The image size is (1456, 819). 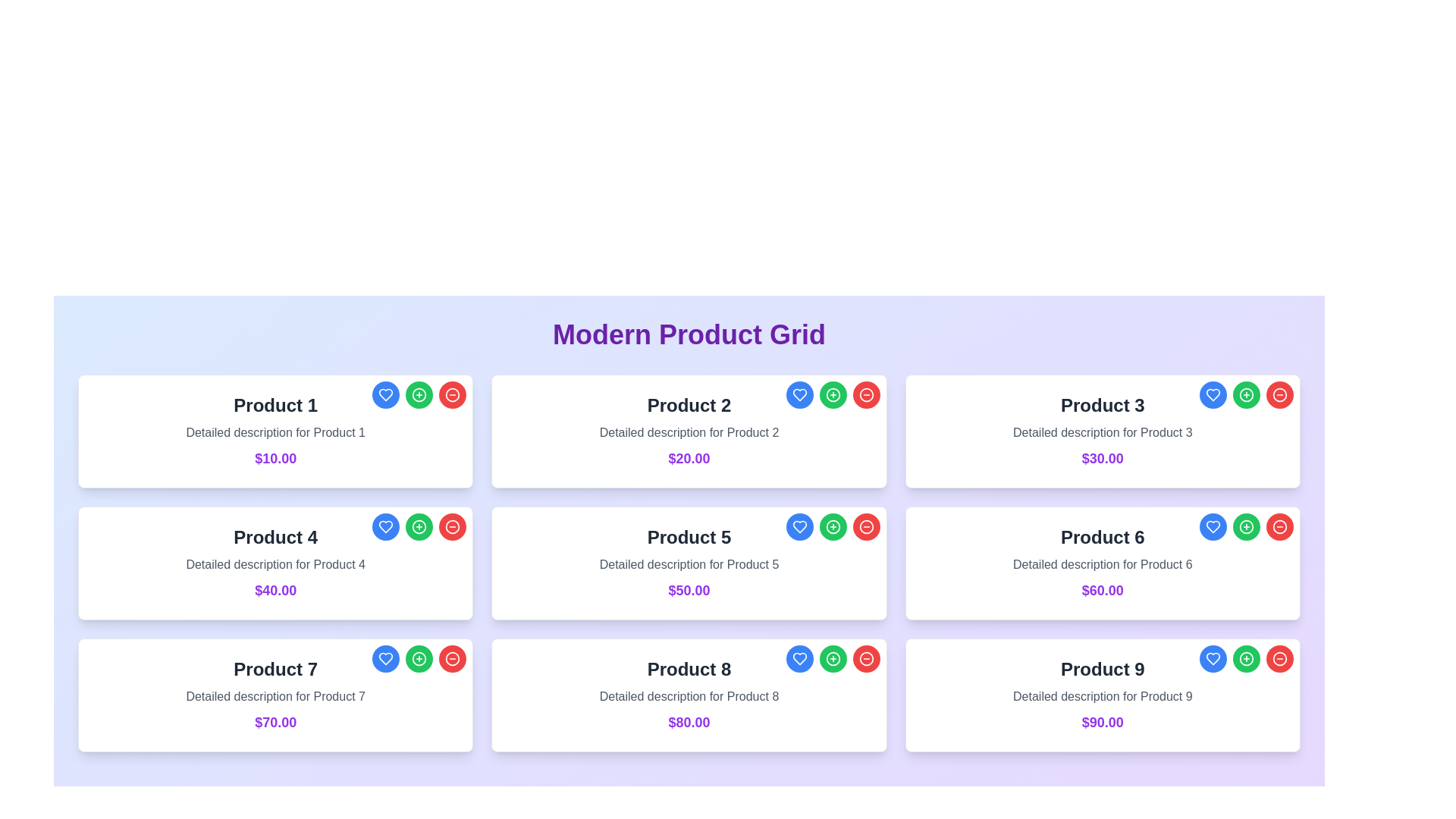 What do you see at coordinates (452, 526) in the screenshot?
I see `the decorative vector circle element, which is part of an SVG icon representing a minus sign inside a circle, located in the top-right corner of the product card` at bounding box center [452, 526].